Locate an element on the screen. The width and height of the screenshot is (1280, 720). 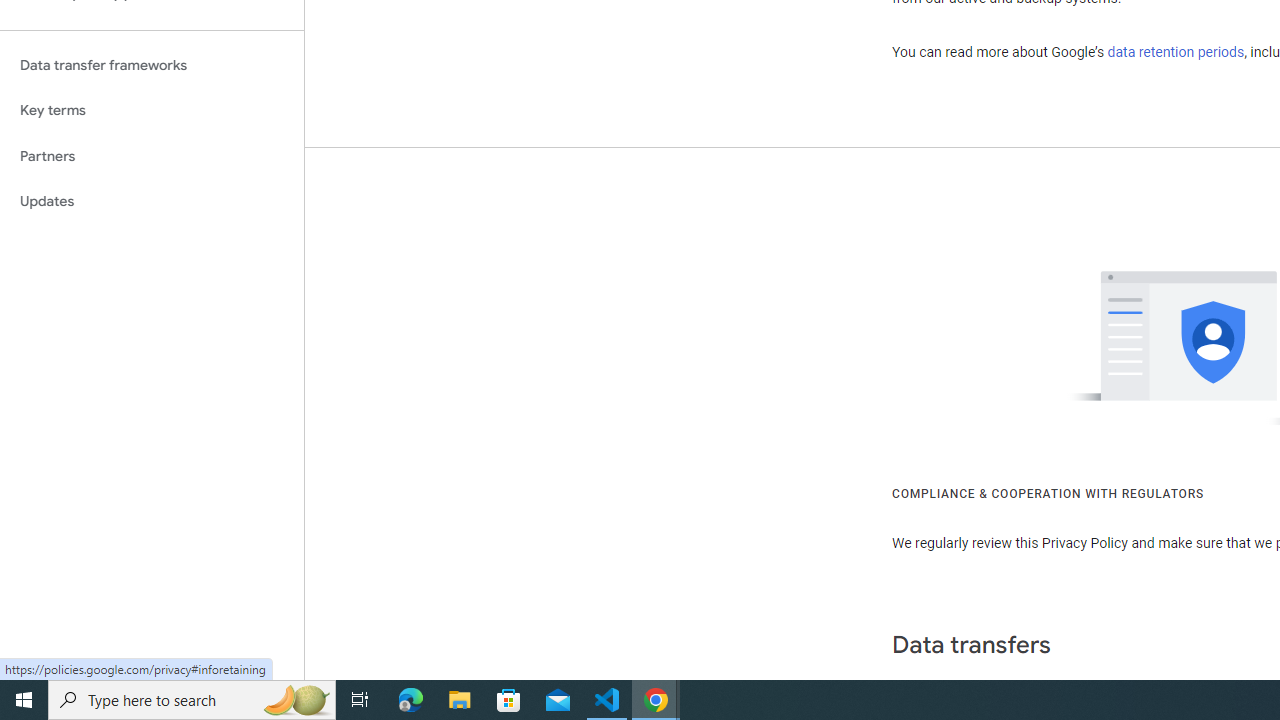
'Data transfer frameworks' is located at coordinates (151, 64).